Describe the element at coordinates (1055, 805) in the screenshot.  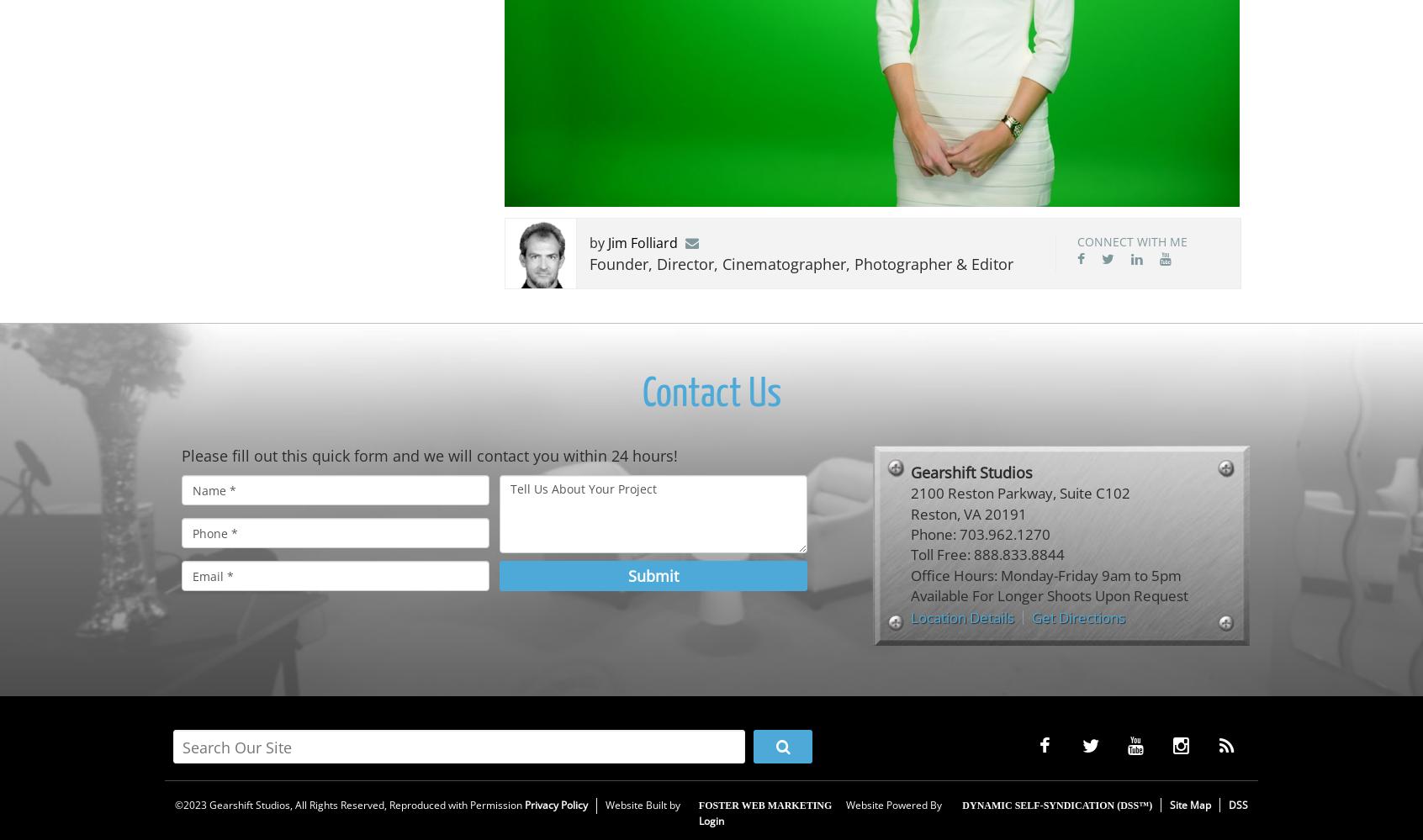
I see `'Dynamic Self-Syndication (DSS™)'` at that location.